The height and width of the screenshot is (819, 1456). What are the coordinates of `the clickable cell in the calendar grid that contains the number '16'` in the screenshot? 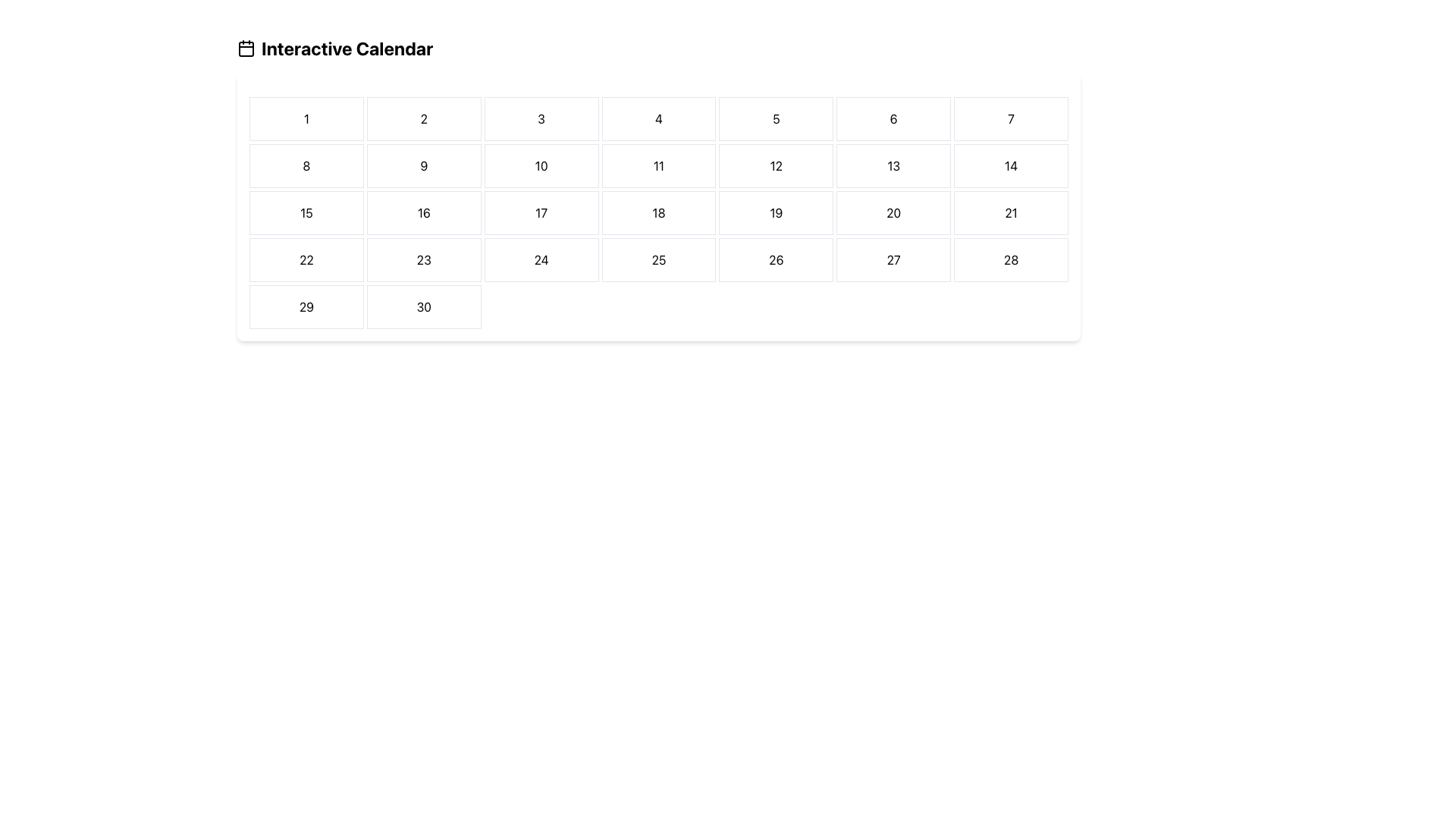 It's located at (424, 213).